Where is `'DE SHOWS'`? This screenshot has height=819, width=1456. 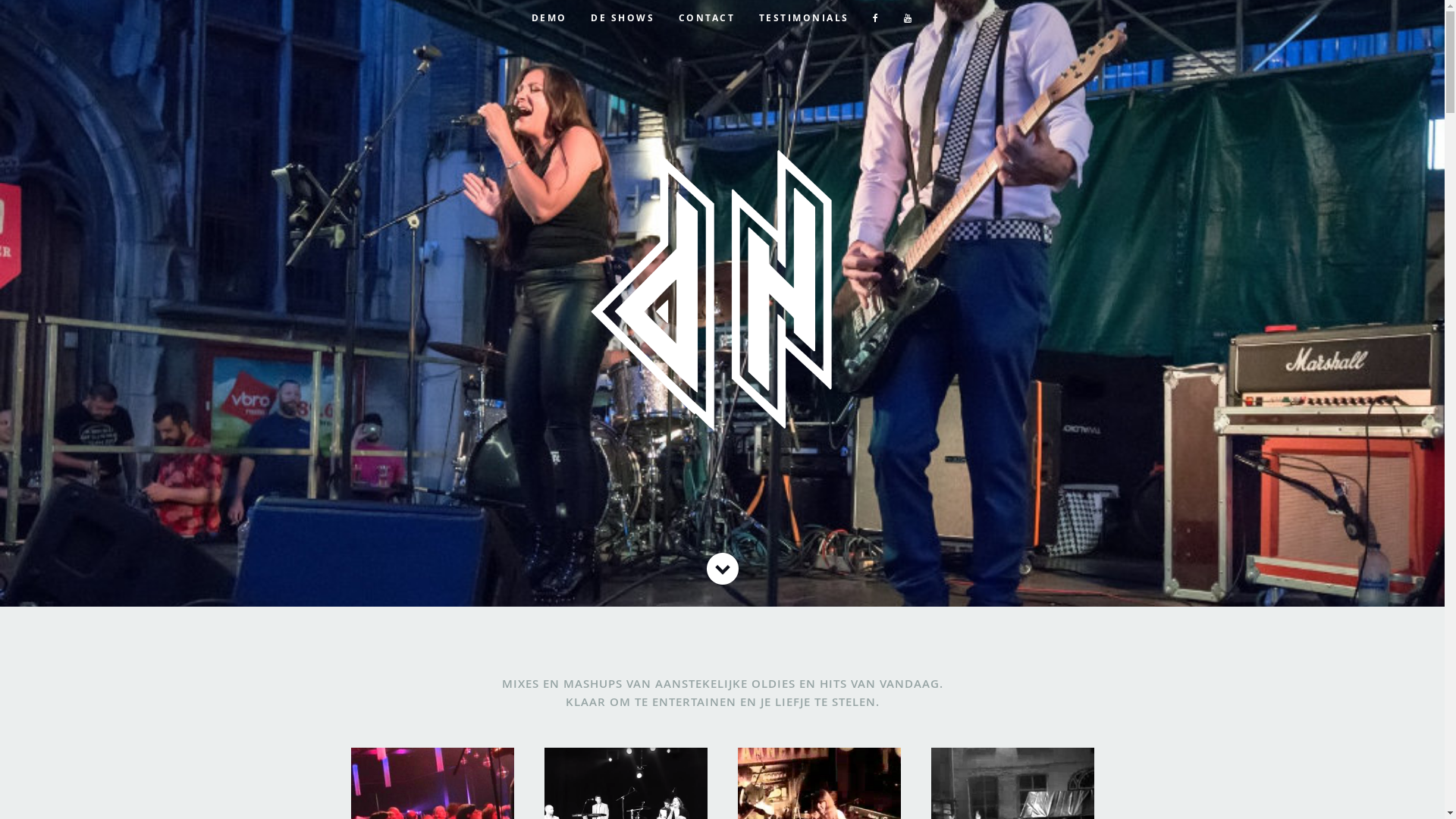
'DE SHOWS' is located at coordinates (580, 17).